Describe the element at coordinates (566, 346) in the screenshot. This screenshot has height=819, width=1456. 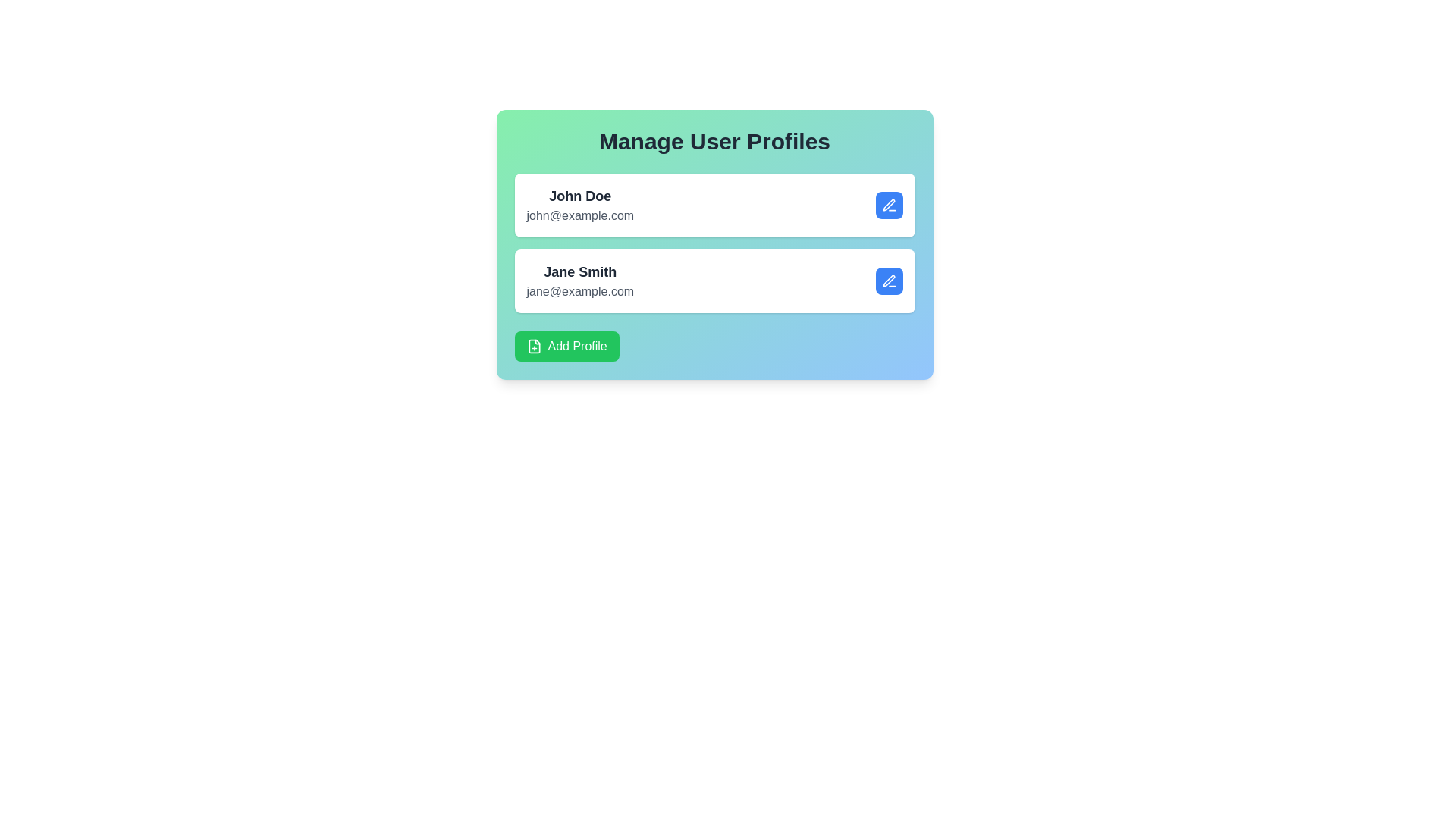
I see `the green 'Add Profile' button located at the bottom center of the user profile card to initiate adding a profile` at that location.